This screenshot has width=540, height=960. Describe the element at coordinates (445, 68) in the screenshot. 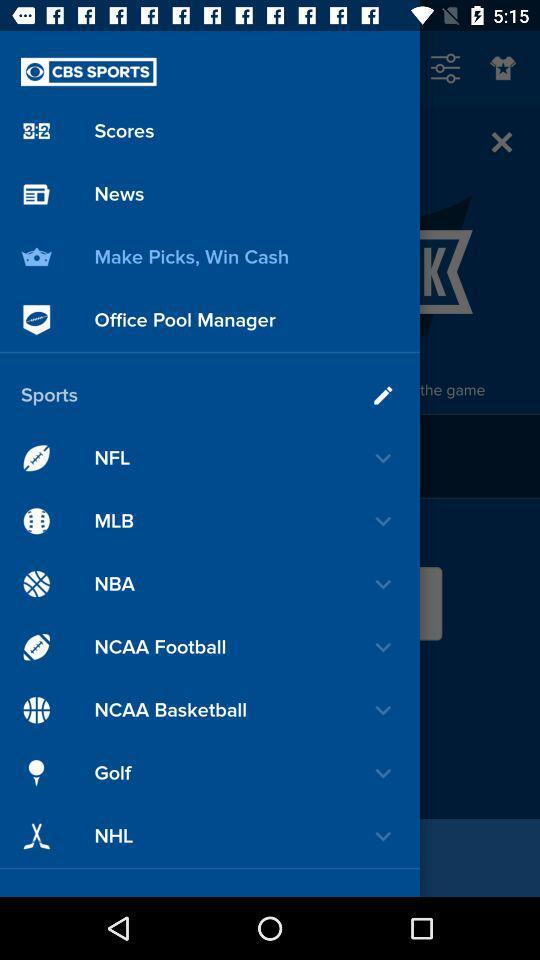

I see `the sliders icon` at that location.